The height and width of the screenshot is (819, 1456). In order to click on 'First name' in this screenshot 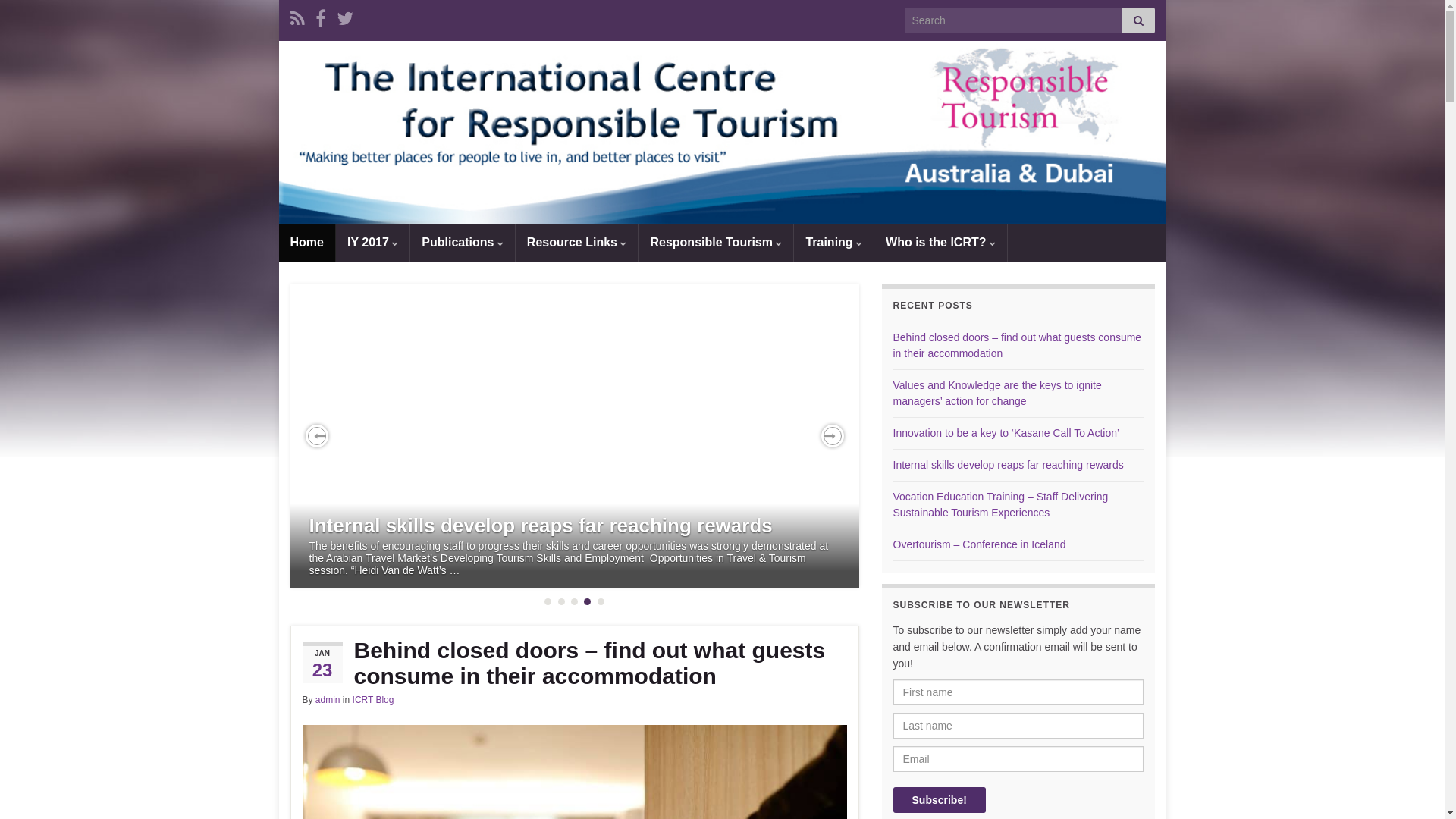, I will do `click(1018, 692)`.